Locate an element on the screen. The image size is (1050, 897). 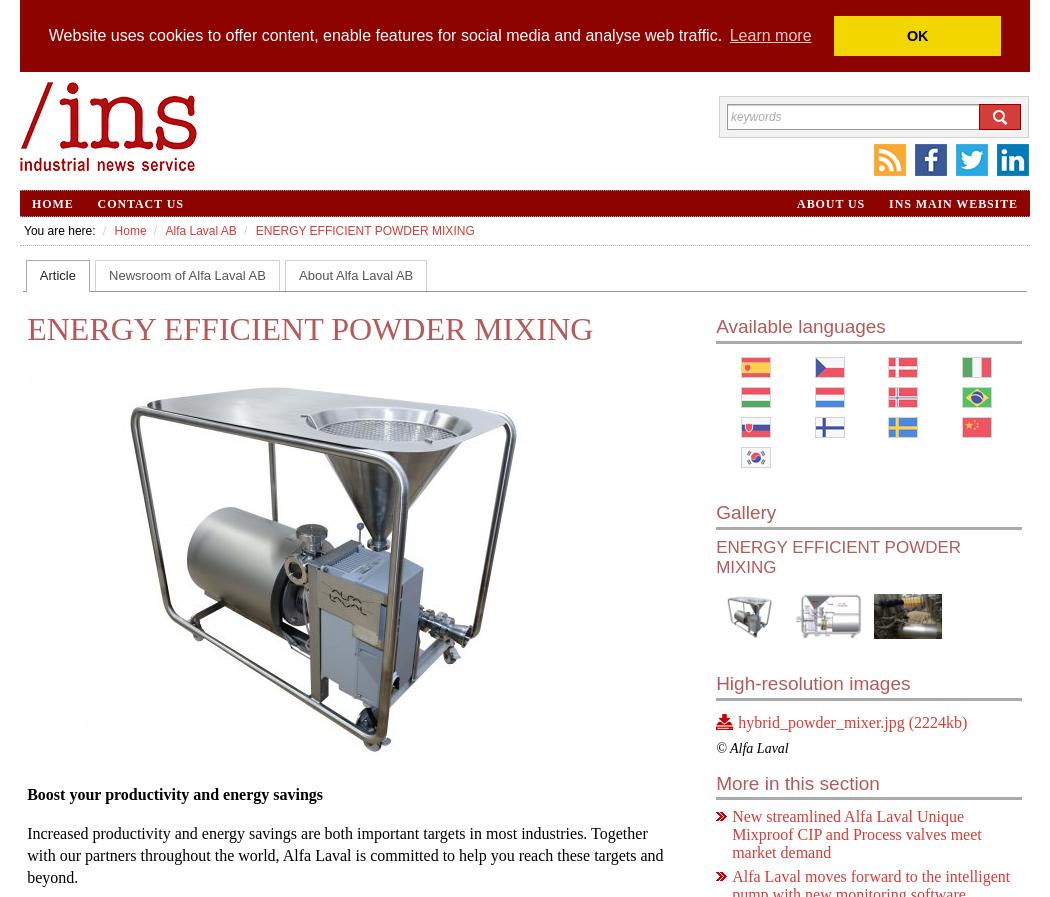
'New streamlined Alfa Laval Unique Mixproof CIP and Process valves meet market demand' is located at coordinates (856, 834).